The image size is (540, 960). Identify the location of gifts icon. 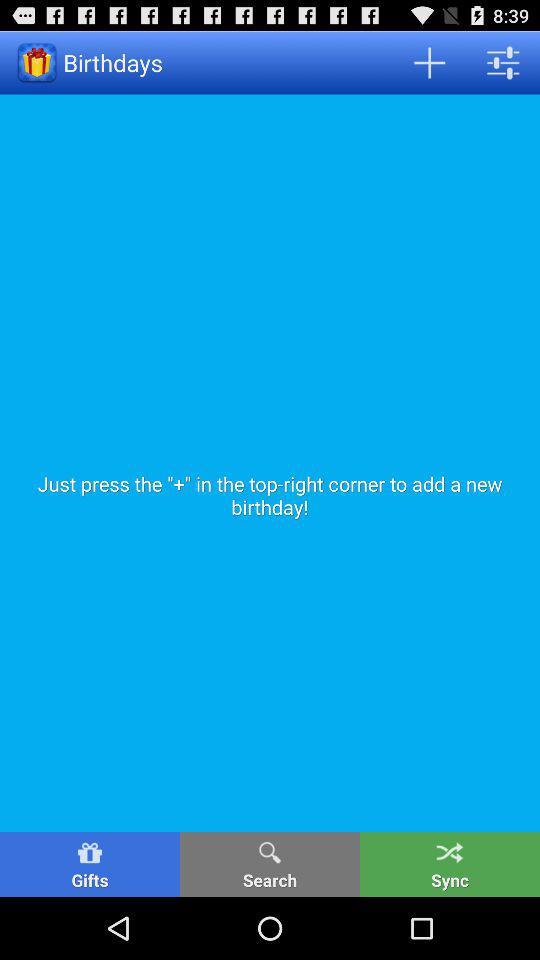
(89, 863).